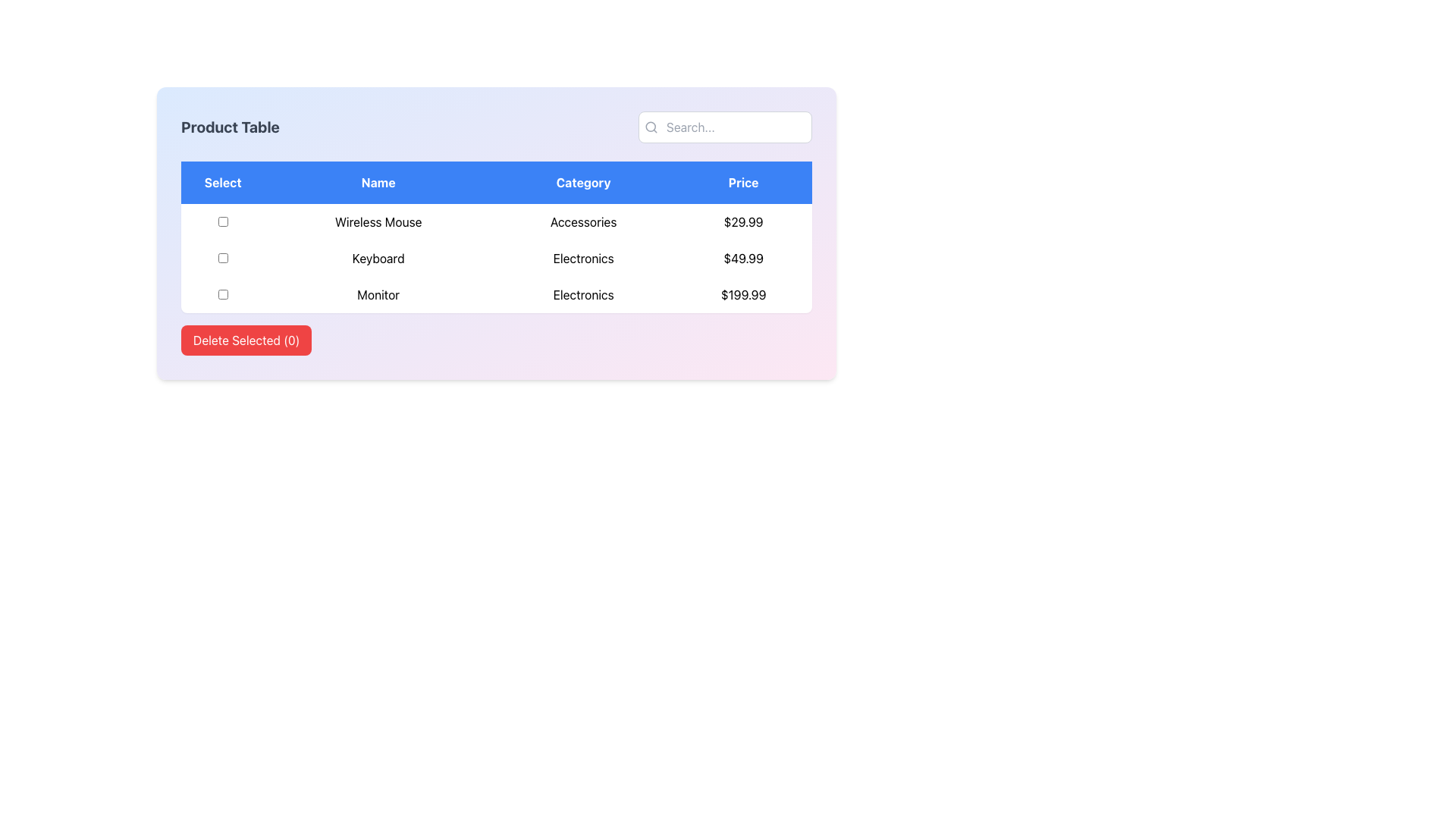 This screenshot has width=1456, height=819. What do you see at coordinates (582, 295) in the screenshot?
I see `text from the Text Label located in the third row of the 'Category' column within the table layout` at bounding box center [582, 295].